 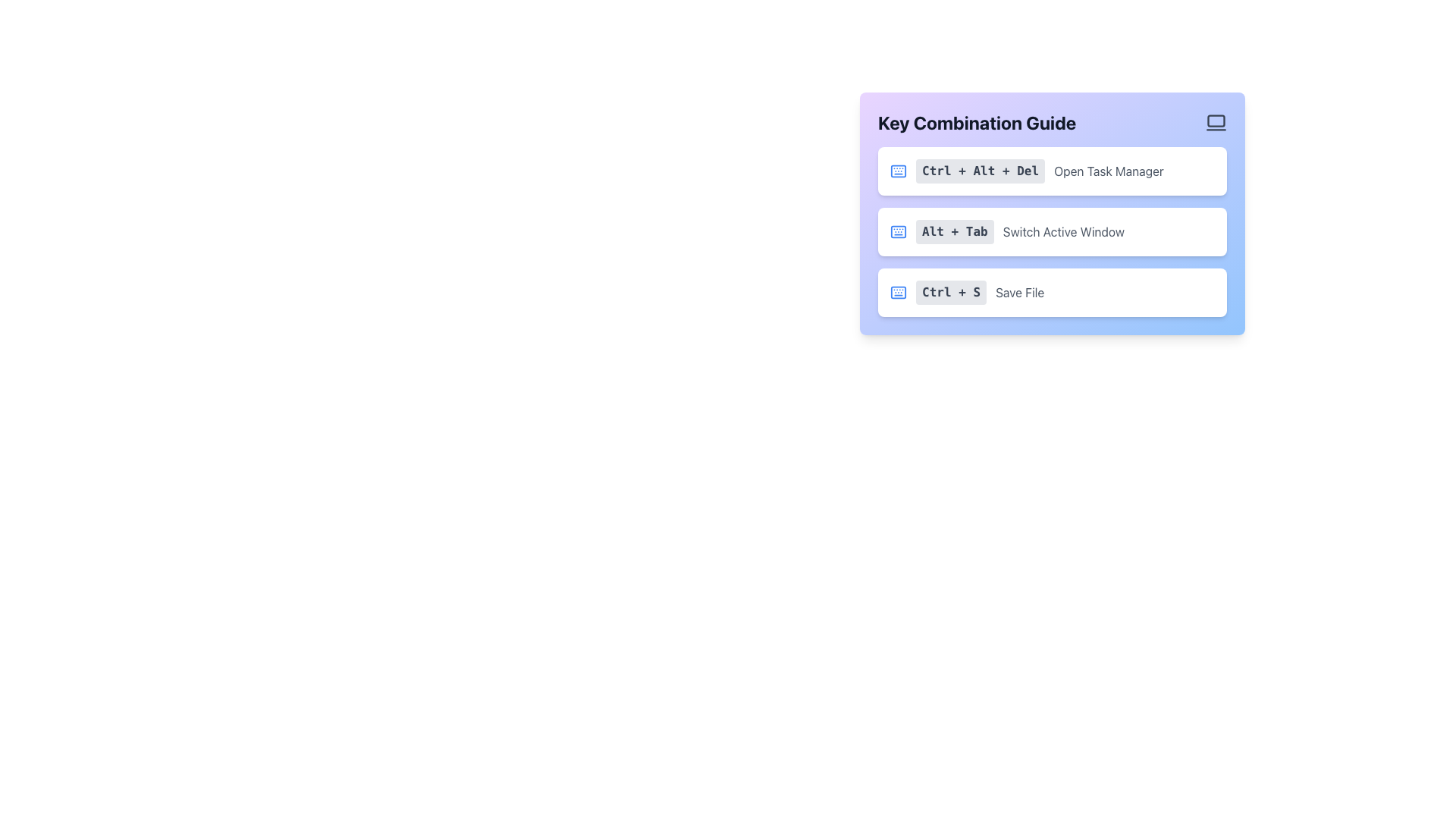 What do you see at coordinates (899, 171) in the screenshot?
I see `the rectangular base of the keyboard icon, which is styled with a rounded border and serves as the foundation for keyboard representation` at bounding box center [899, 171].